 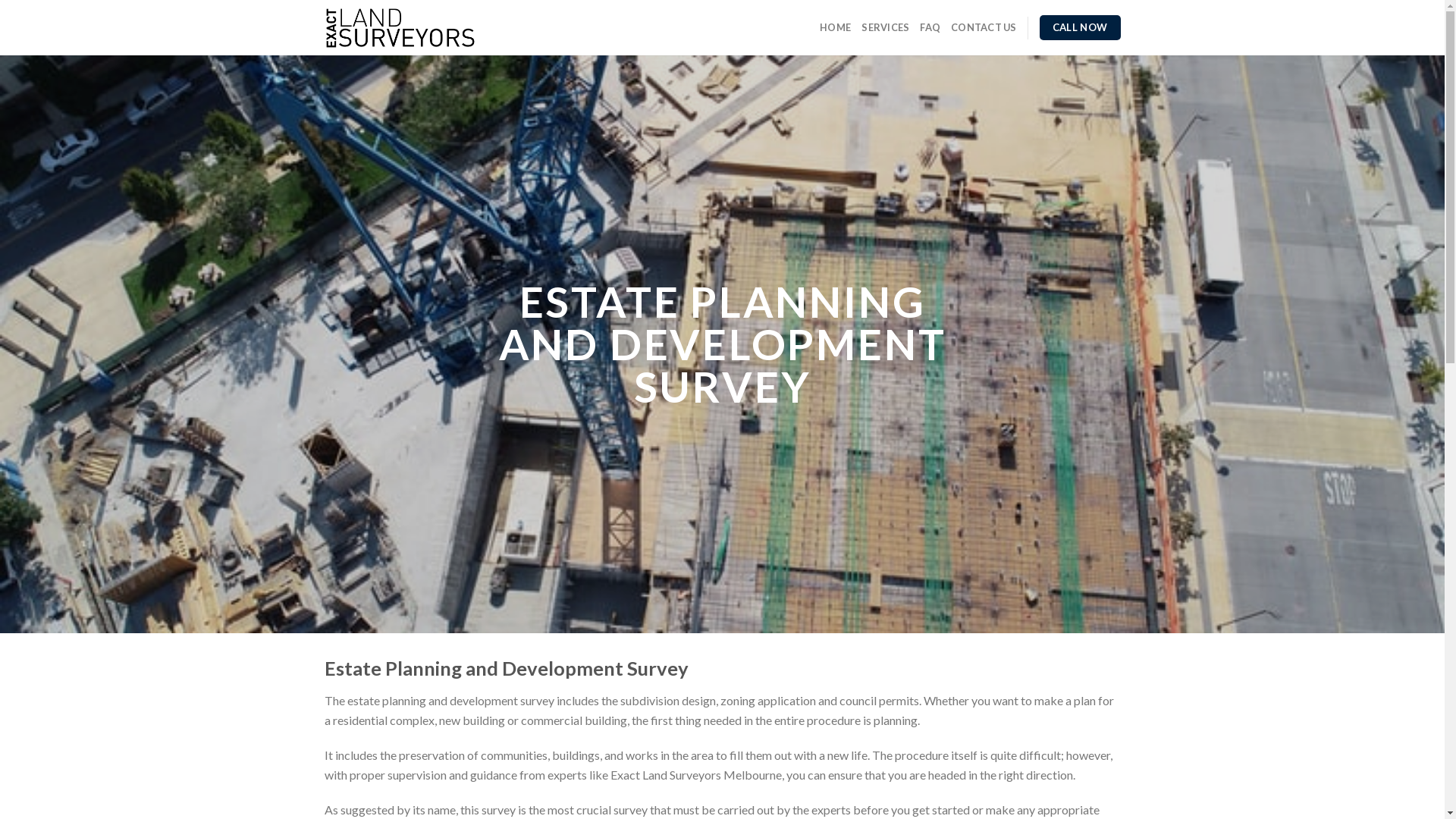 What do you see at coordinates (929, 27) in the screenshot?
I see `'FAQ'` at bounding box center [929, 27].